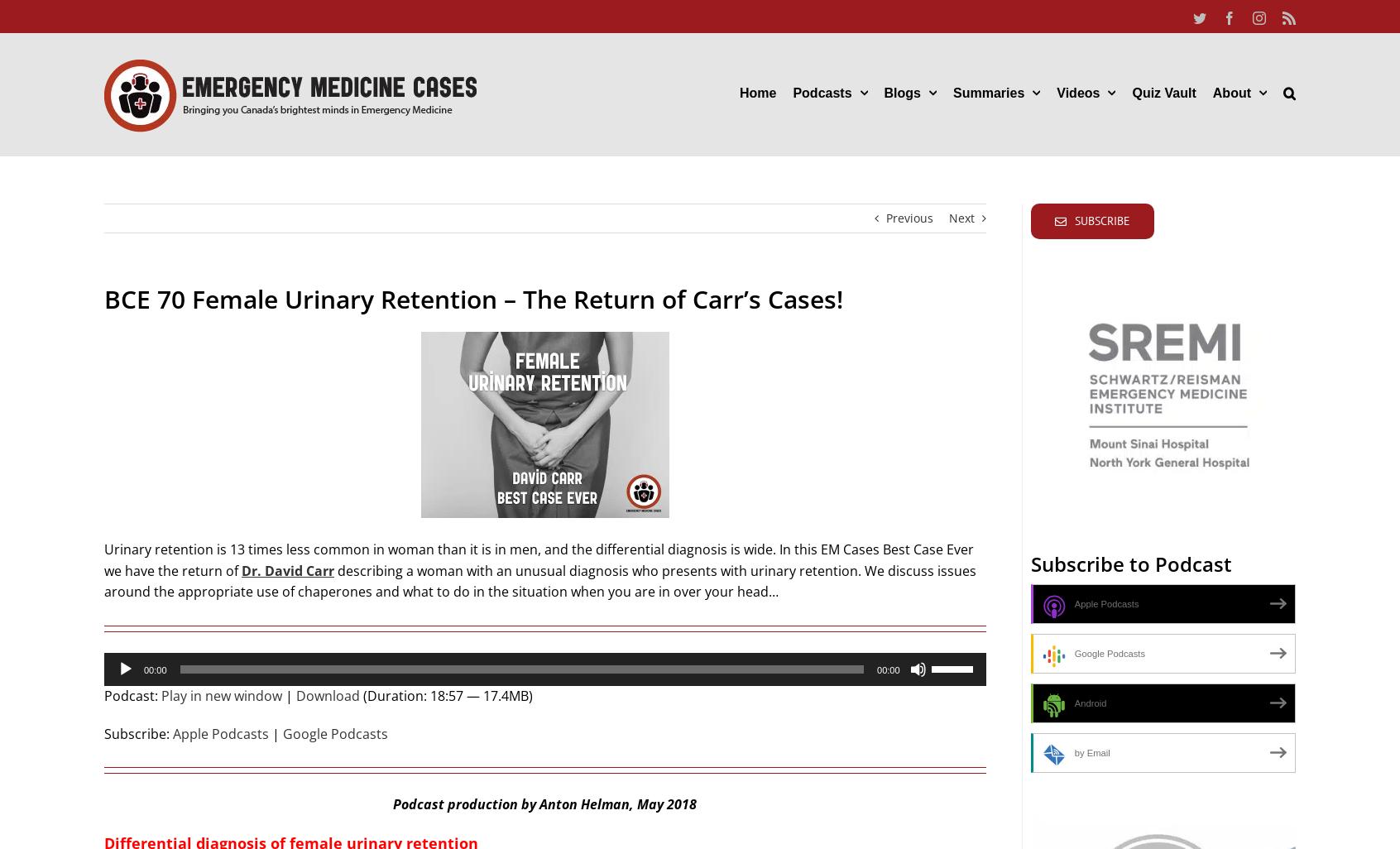 The height and width of the screenshot is (849, 1400). Describe the element at coordinates (539, 559) in the screenshot. I see `'Urinary retention is 13 times less common in woman than it is in men, and the differential diagnosis is wide. In this EM Cases Best Case Ever we have the return of'` at that location.